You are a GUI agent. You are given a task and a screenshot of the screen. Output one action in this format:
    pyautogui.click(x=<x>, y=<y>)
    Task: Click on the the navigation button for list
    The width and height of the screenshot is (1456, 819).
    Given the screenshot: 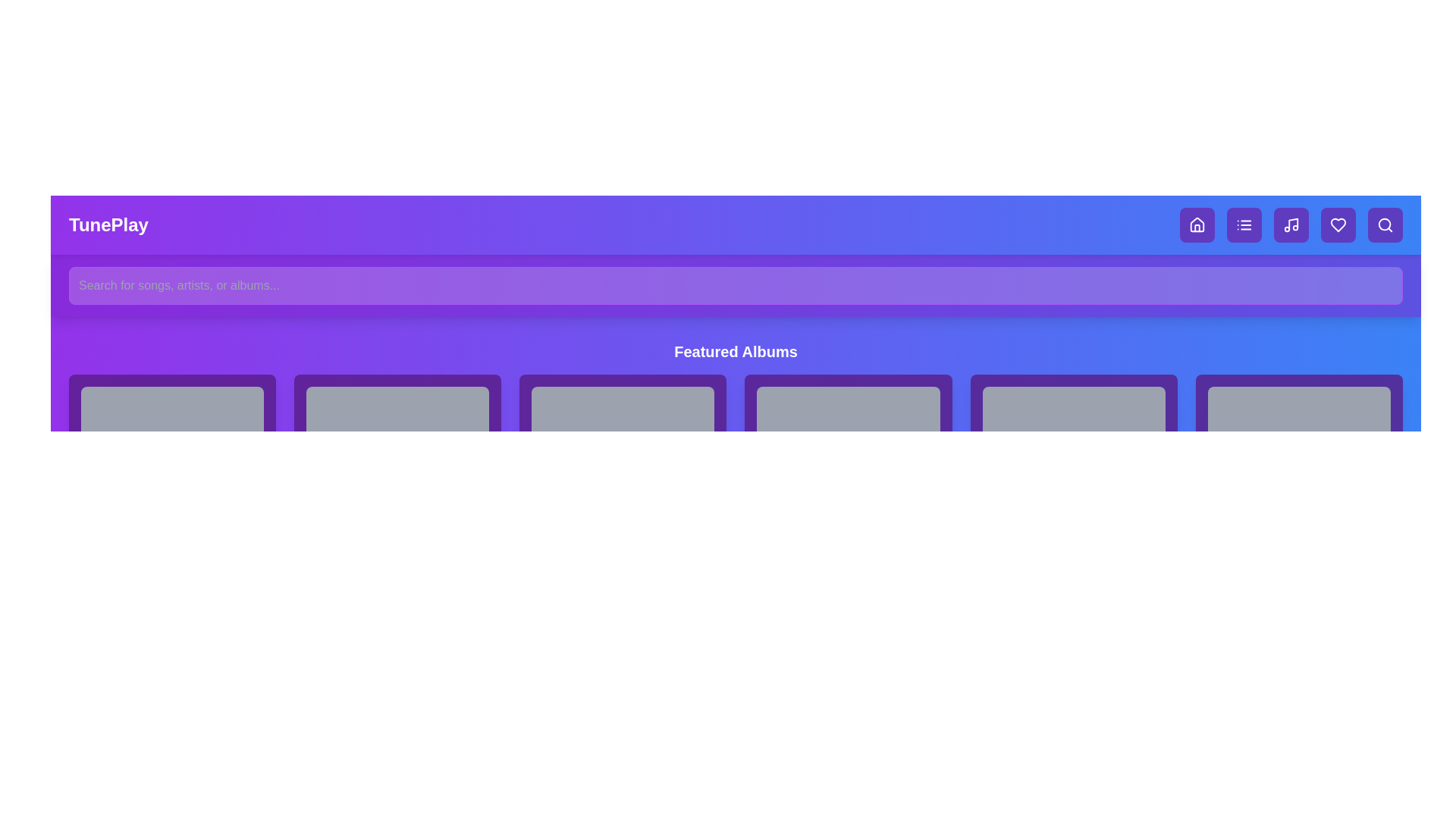 What is the action you would take?
    pyautogui.click(x=1244, y=225)
    